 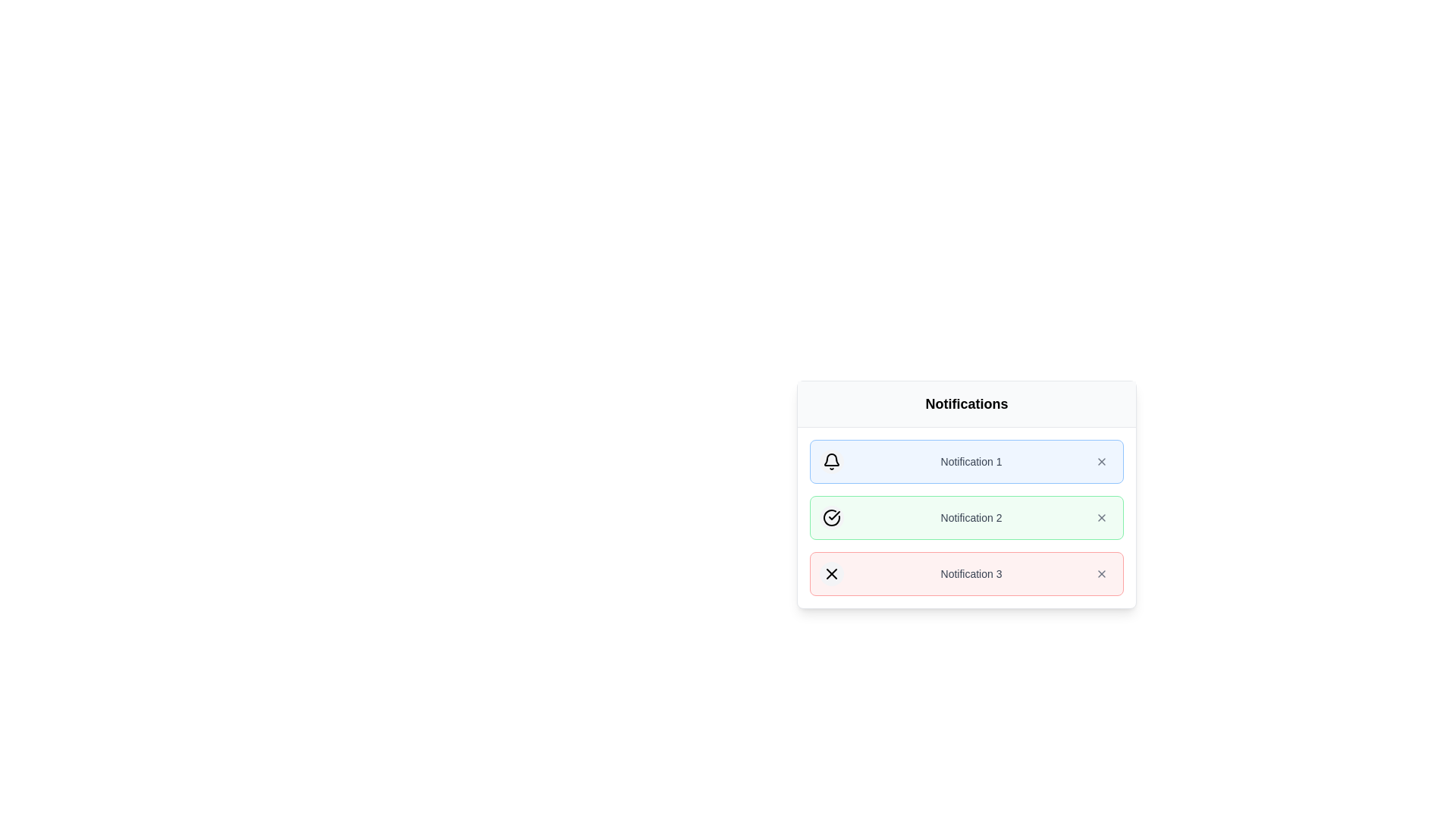 I want to click on the dismiss button located at the far right of the row displaying 'Notification 3', so click(x=1102, y=573).